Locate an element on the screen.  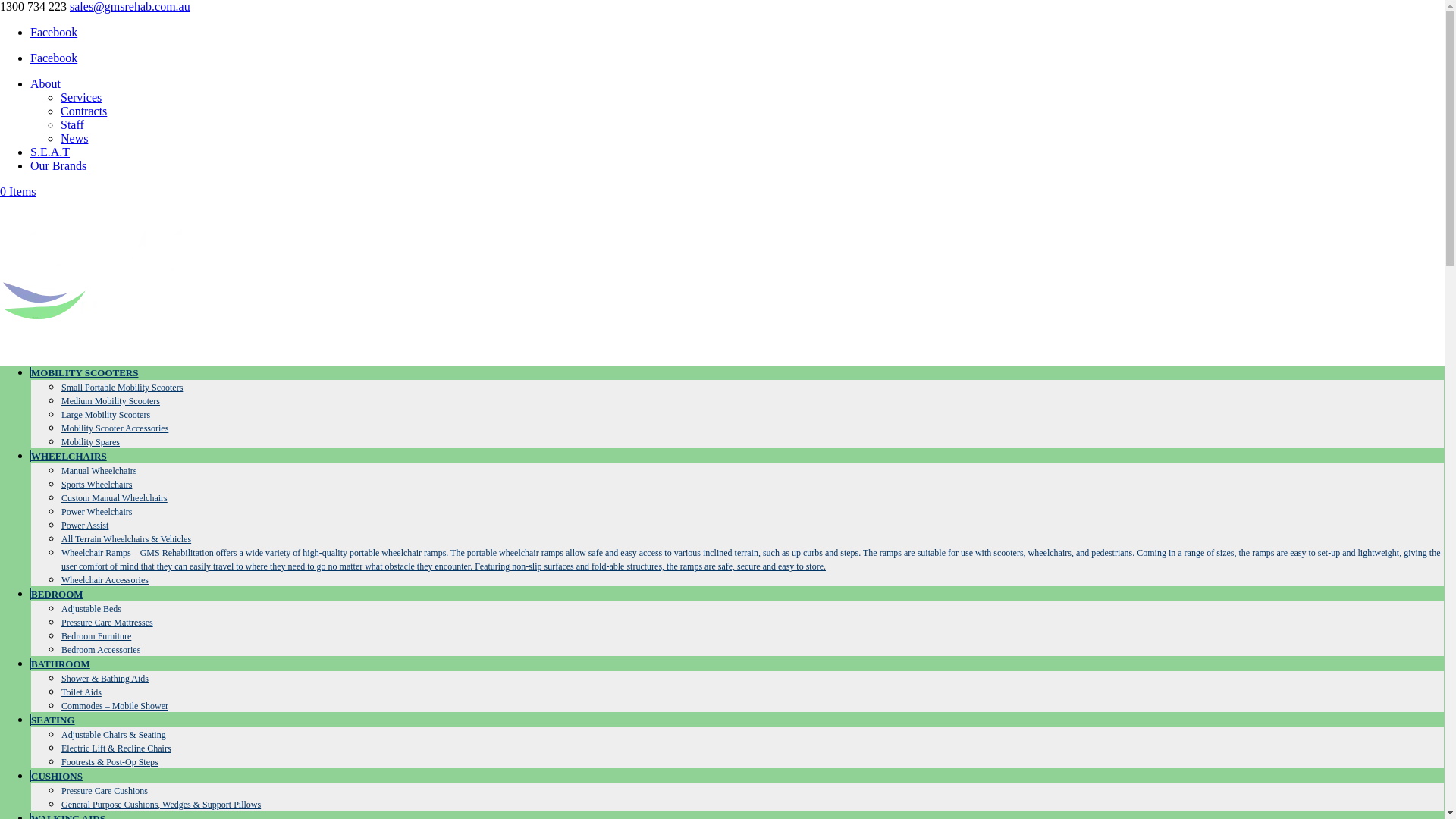
'News' is located at coordinates (73, 138).